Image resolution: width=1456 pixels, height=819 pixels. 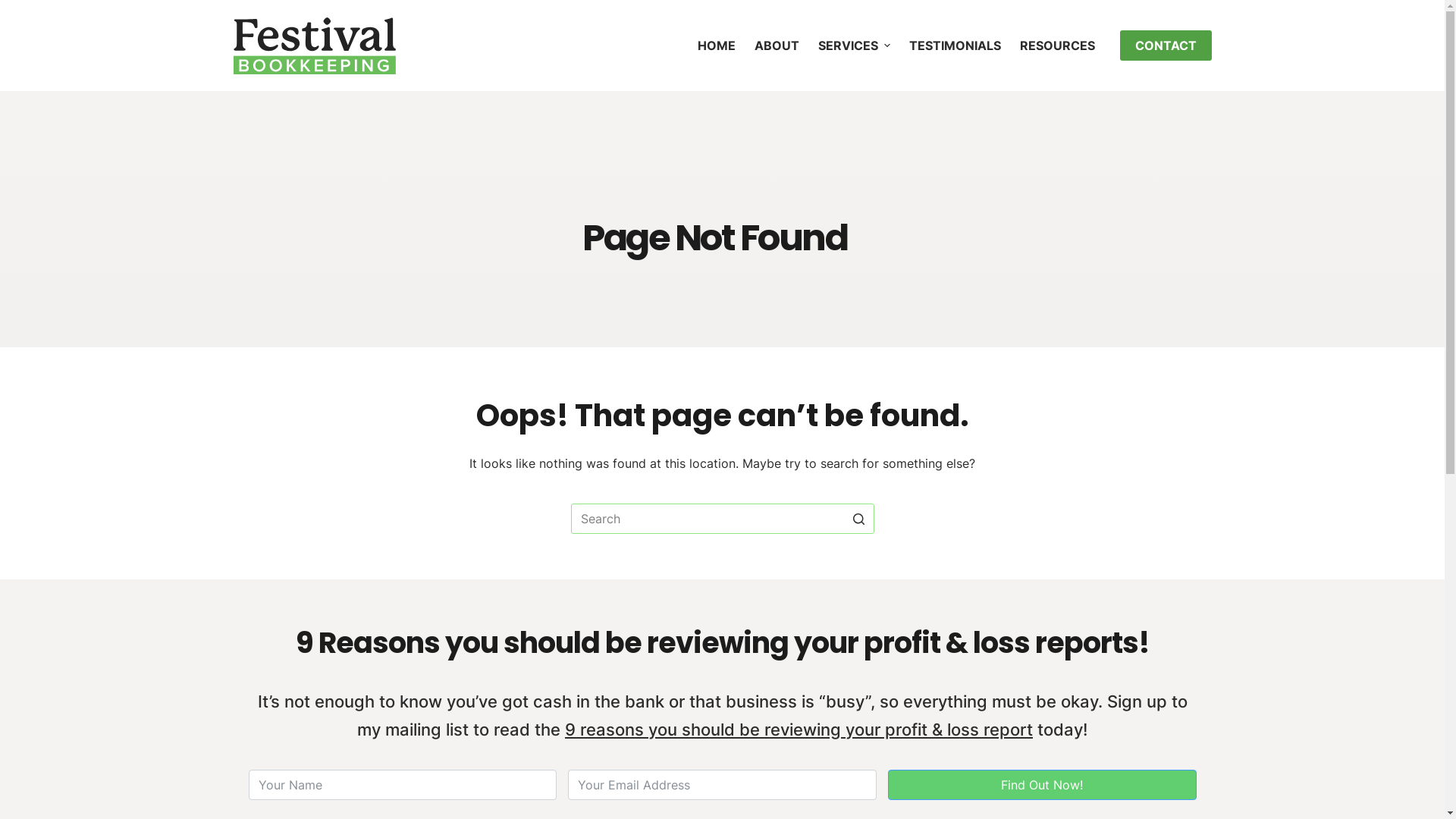 What do you see at coordinates (1041, 784) in the screenshot?
I see `'Find Out Now!'` at bounding box center [1041, 784].